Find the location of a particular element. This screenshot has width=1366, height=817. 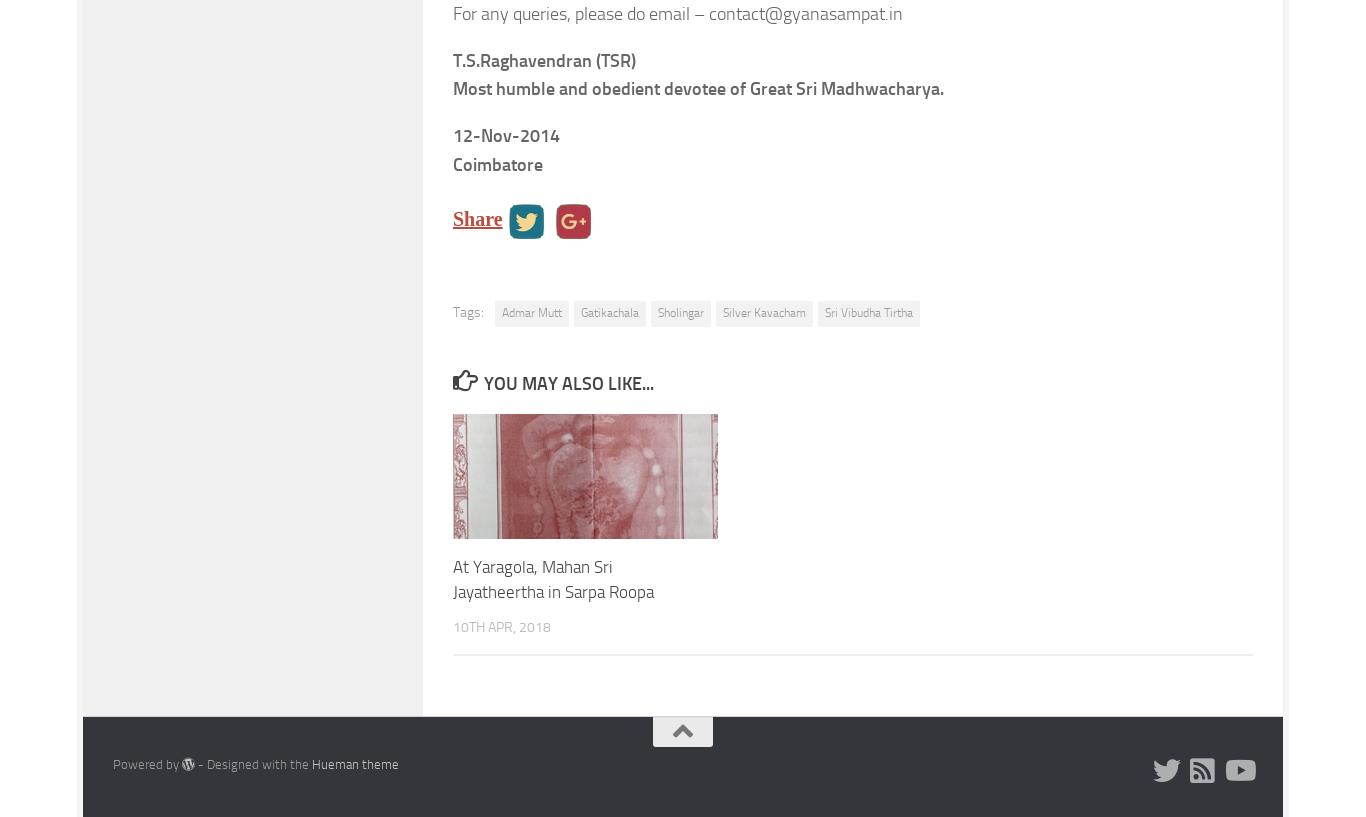

'Most humble and obedient devotee of Great Sri Madhwacharya.' is located at coordinates (698, 88).